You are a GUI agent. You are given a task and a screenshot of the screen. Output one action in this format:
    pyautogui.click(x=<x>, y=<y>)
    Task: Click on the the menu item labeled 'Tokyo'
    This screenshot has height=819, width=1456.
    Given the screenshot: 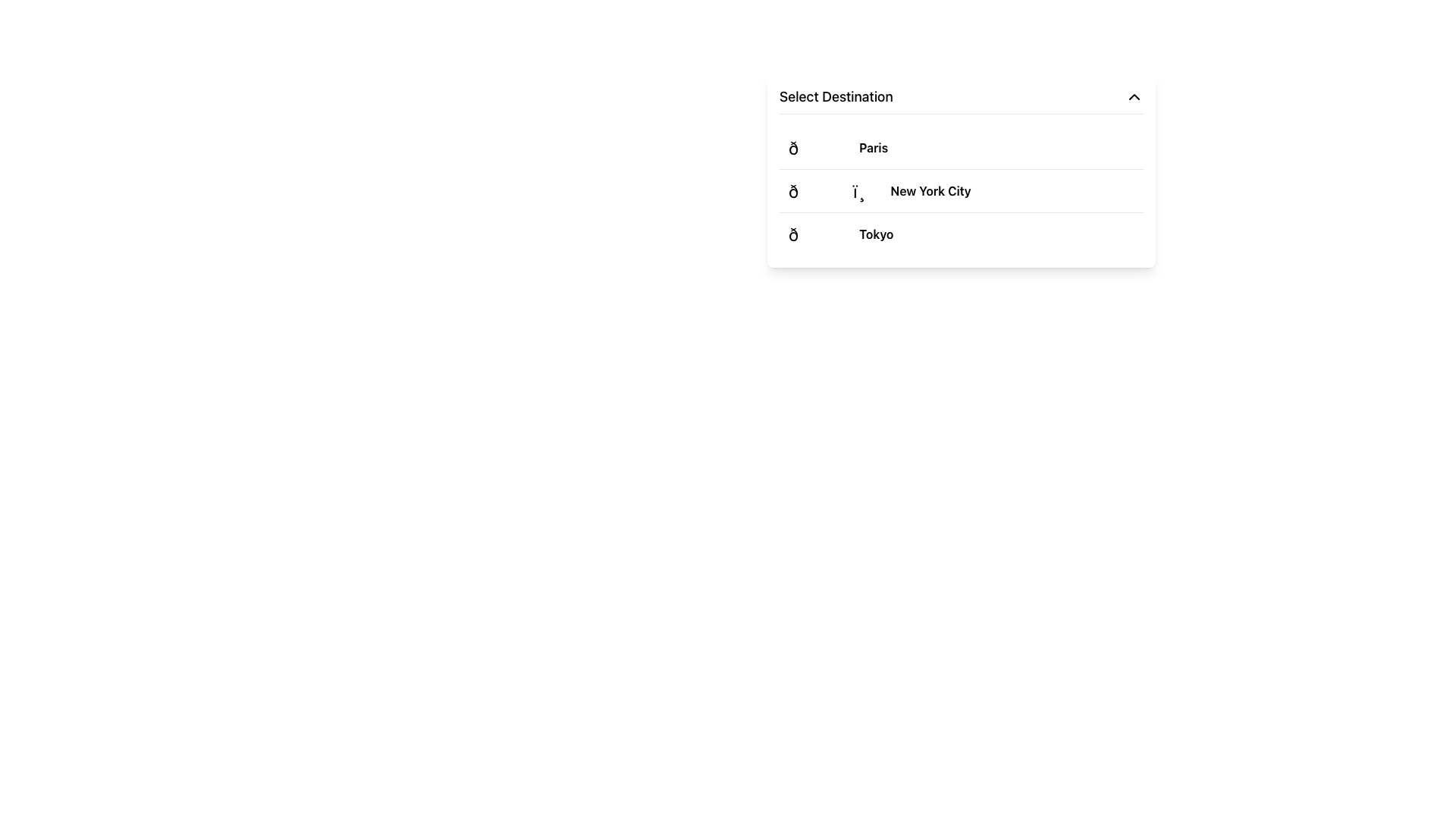 What is the action you would take?
    pyautogui.click(x=960, y=234)
    